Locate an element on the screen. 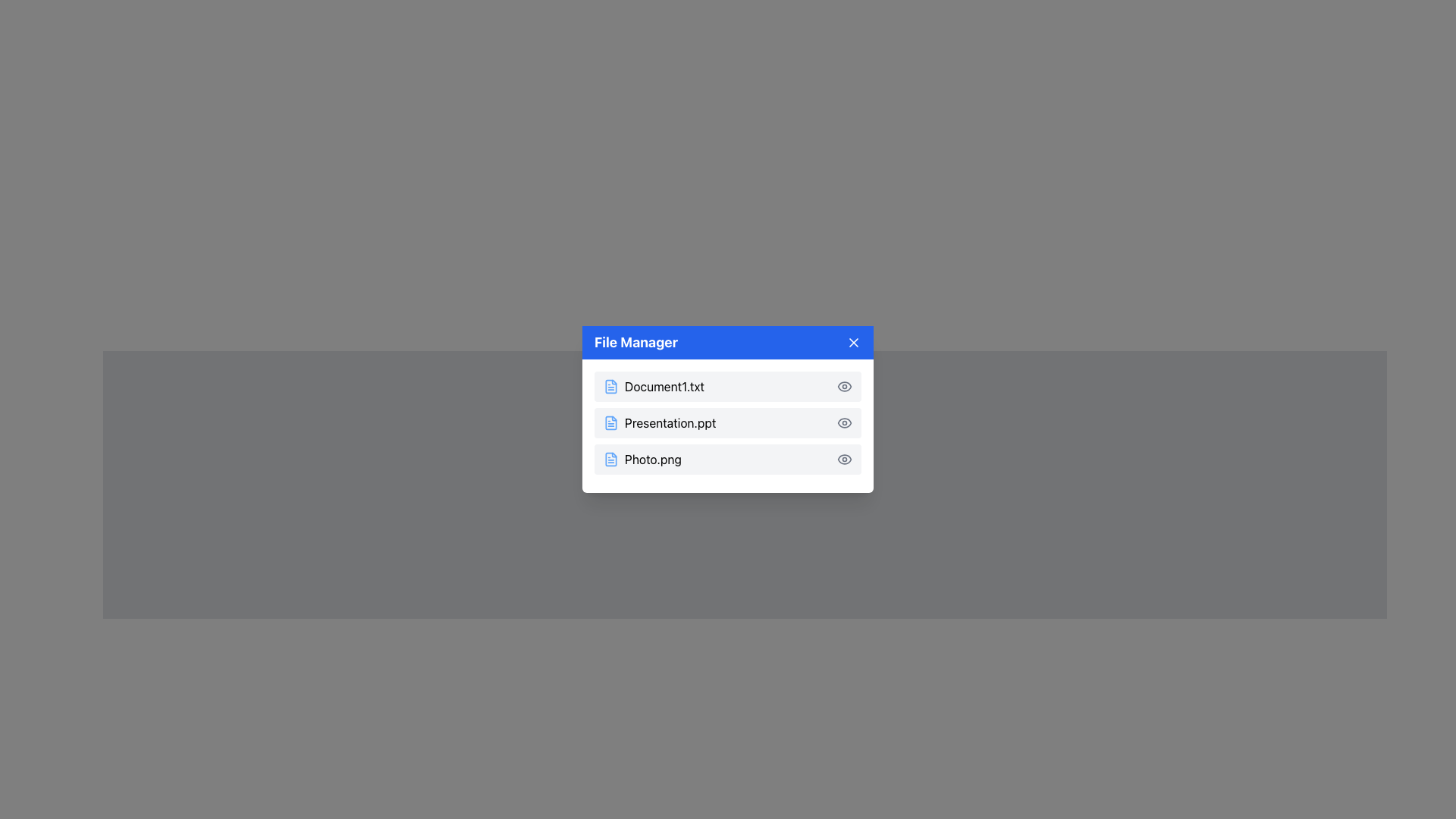 This screenshot has height=819, width=1456. the visibility toggle eye icon located on the far right of the row for the file labeled 'Document1.txt' in the file management interface is located at coordinates (843, 385).